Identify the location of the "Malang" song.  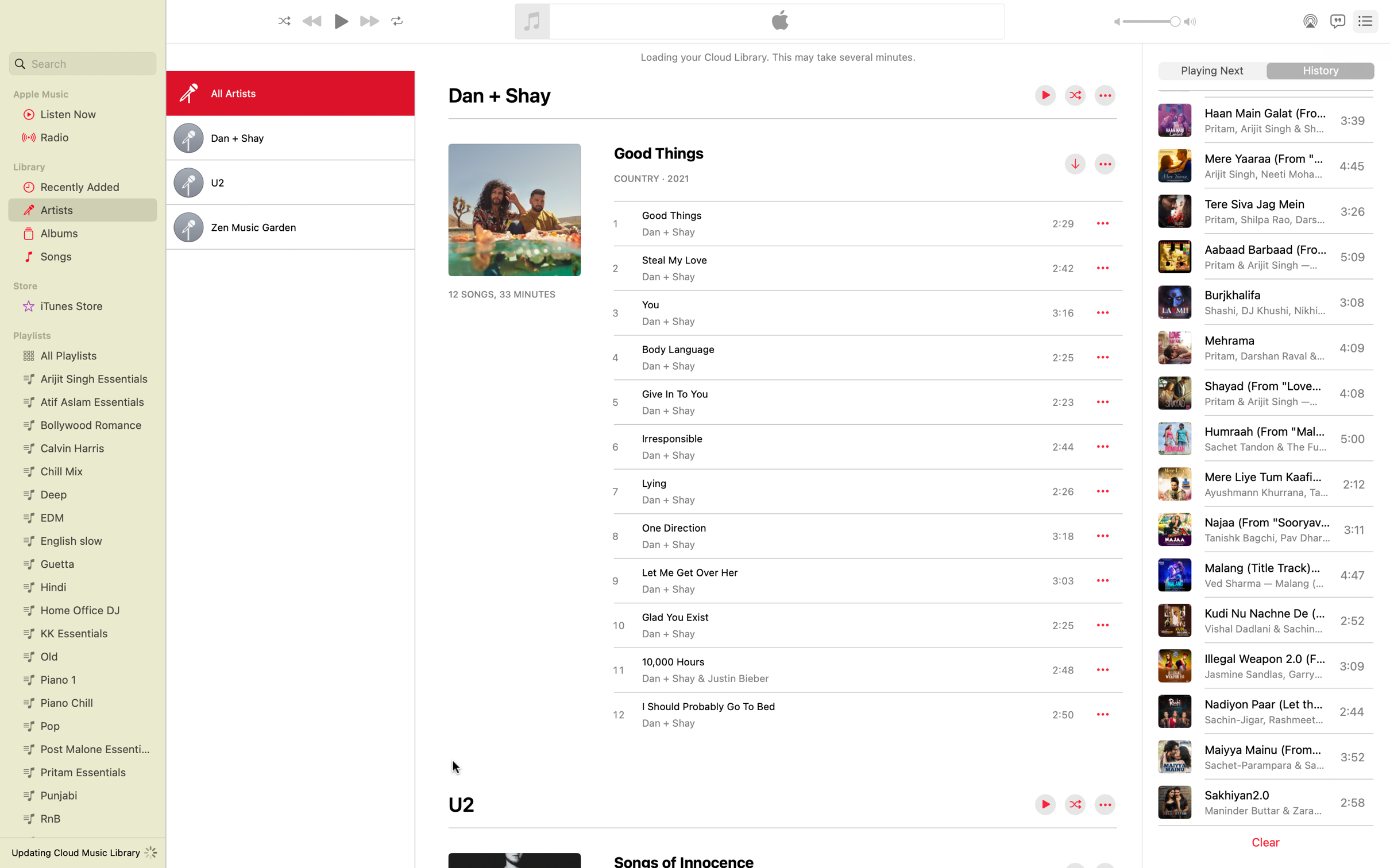
(1262, 573).